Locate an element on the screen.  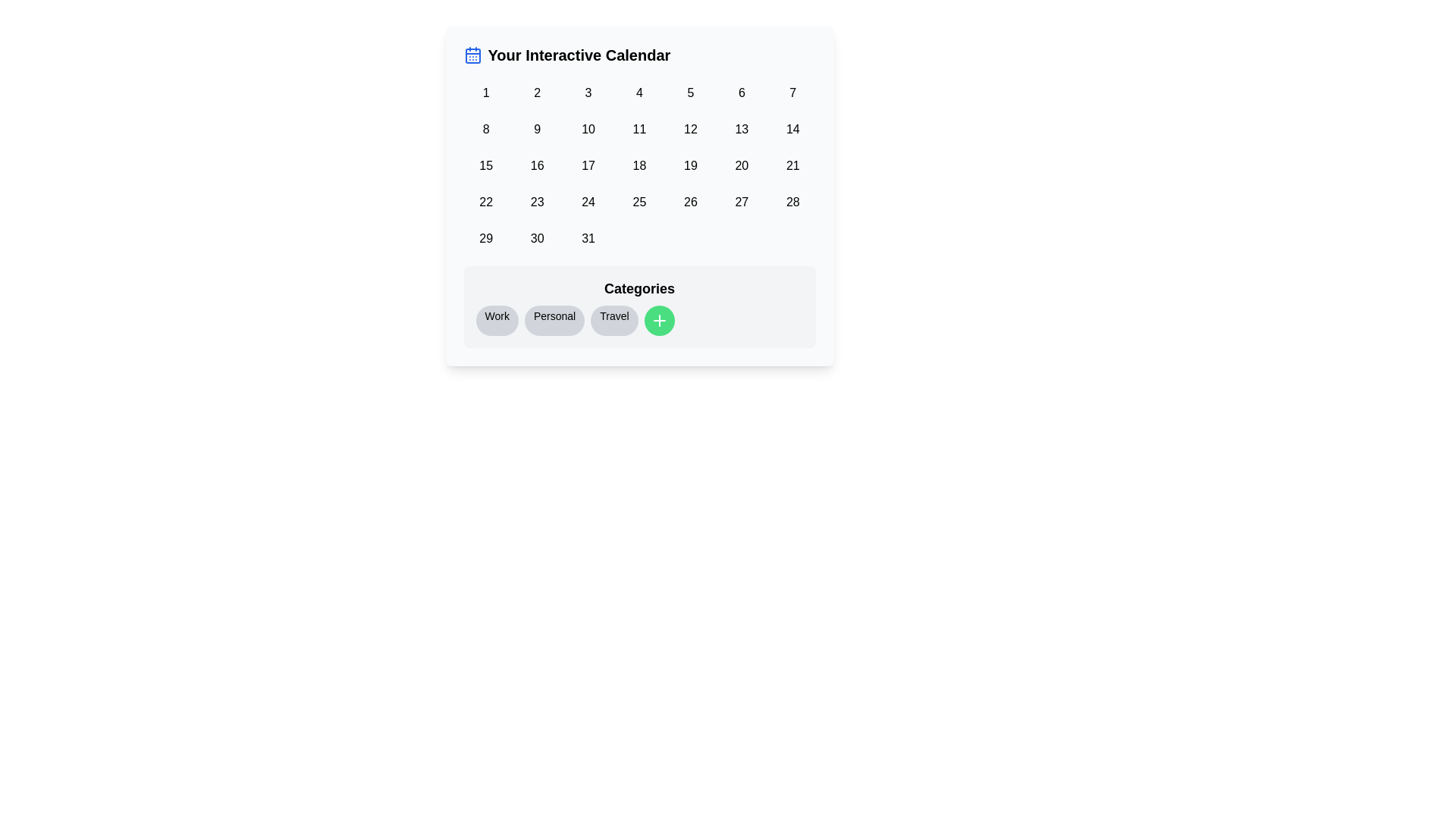
the text label that reads 'Your Interactive Calendar', styled with bold and large font, located at the top center of the calendar interface is located at coordinates (639, 55).